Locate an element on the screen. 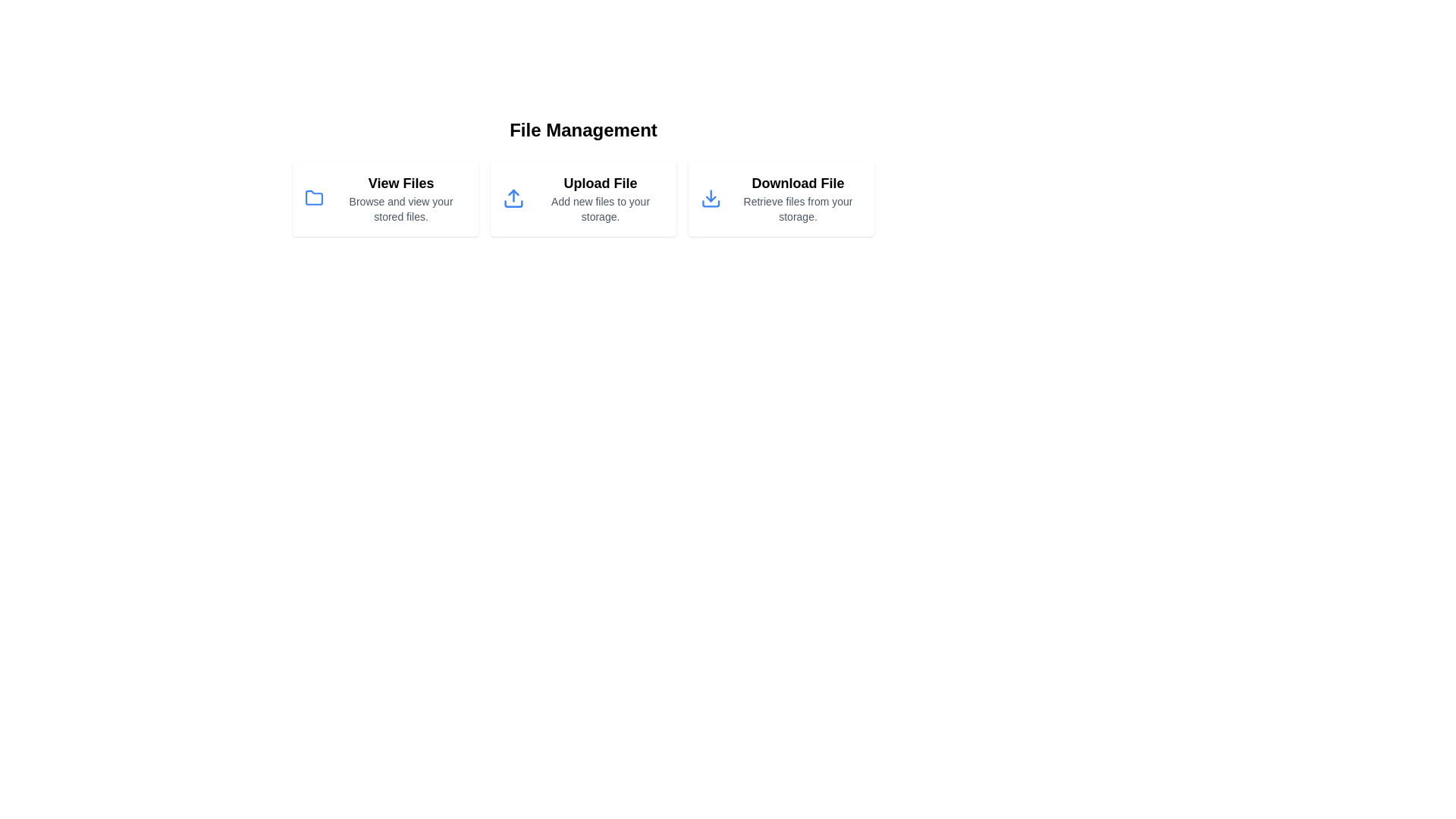  the download icon located to the left of the 'Download File' title in the 'File Management' section is located at coordinates (710, 198).